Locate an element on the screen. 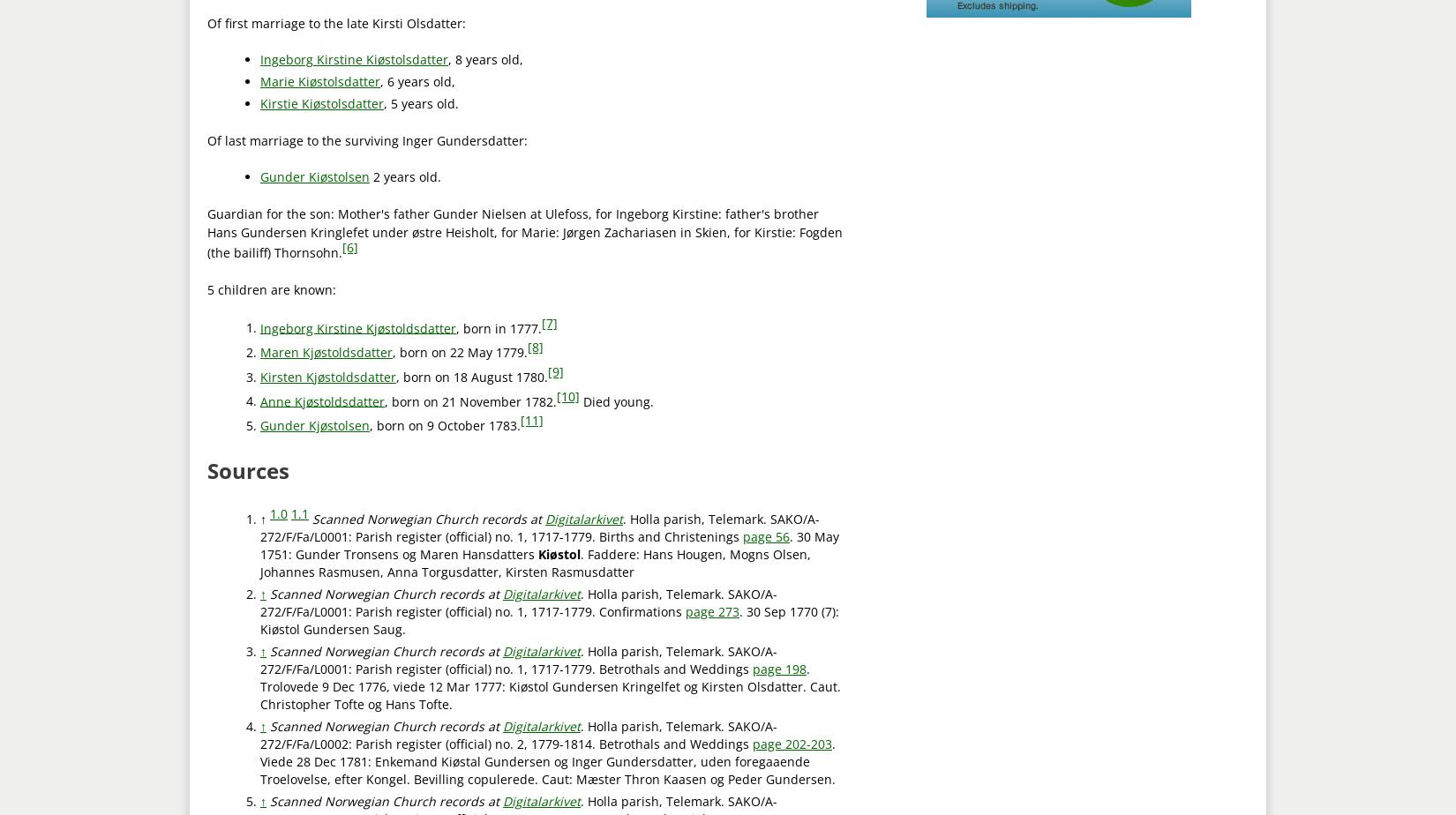 The height and width of the screenshot is (815, 1456). '5 children are known:' is located at coordinates (206, 288).